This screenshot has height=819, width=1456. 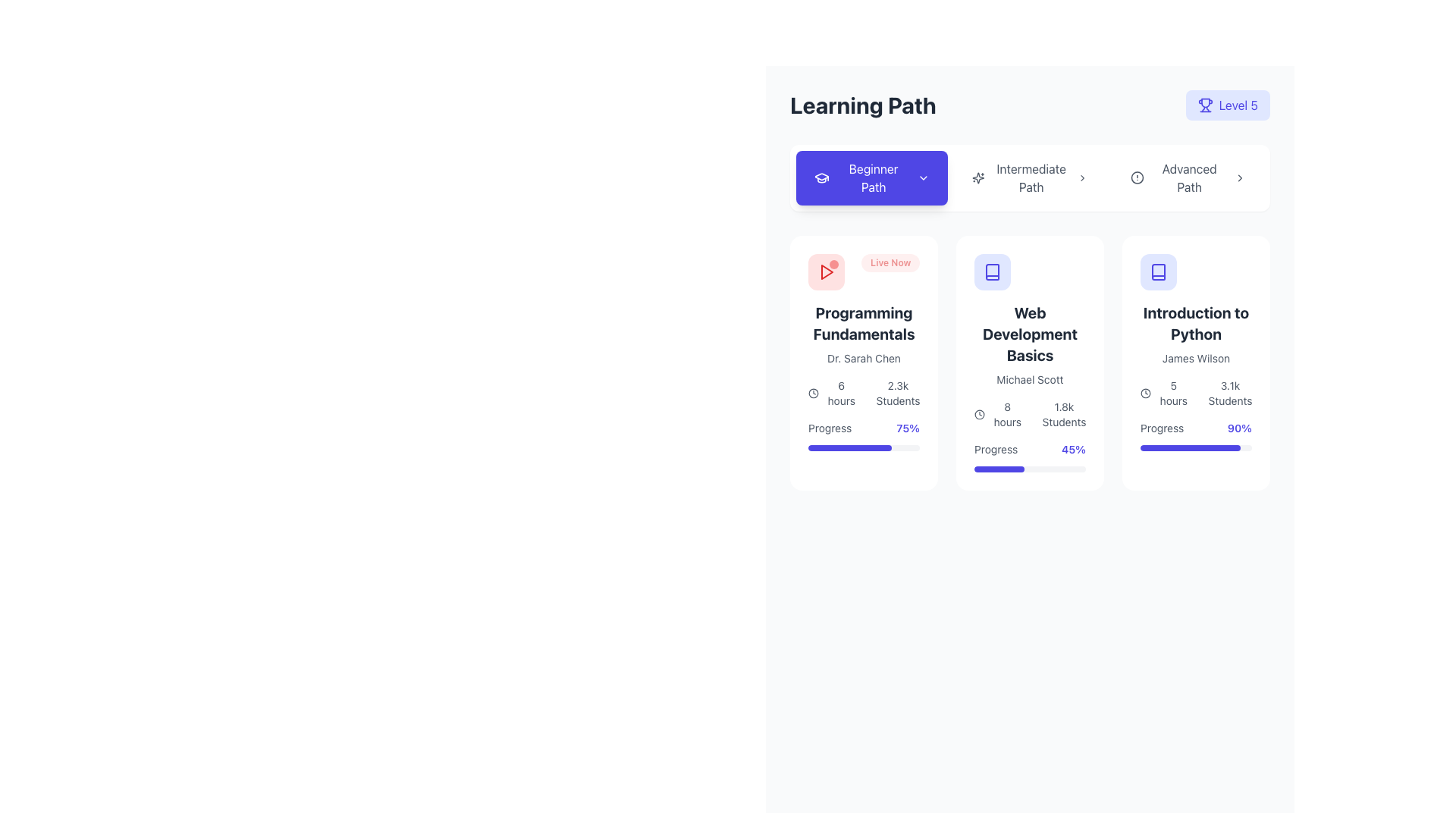 I want to click on the Progress Indicator element that displays 'Progress' on the left and '75%' on the right, located in the bottom section of the 'Programming Fundamentals' card, so click(x=864, y=435).